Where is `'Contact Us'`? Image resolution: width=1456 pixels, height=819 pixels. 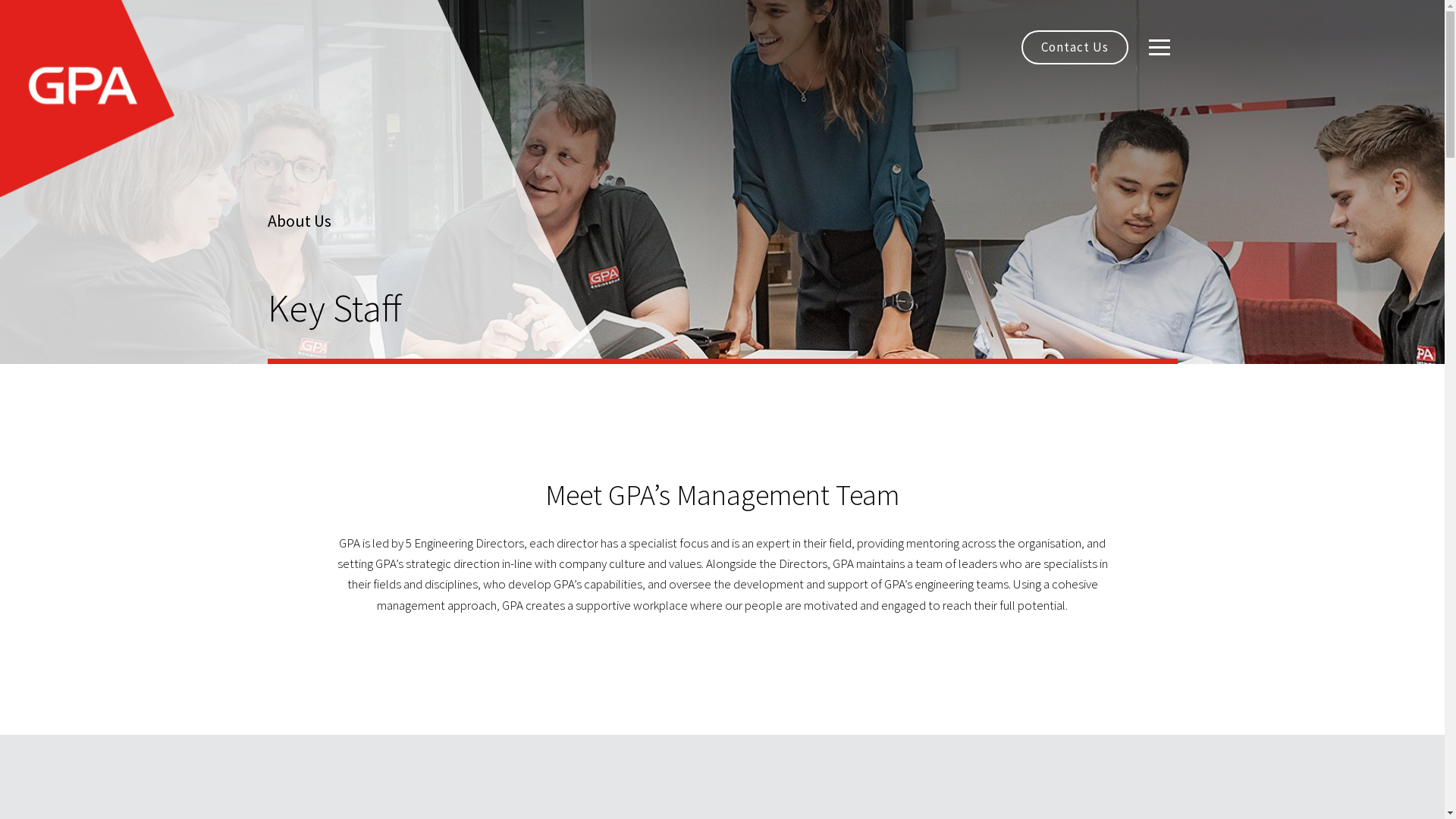 'Contact Us' is located at coordinates (1073, 46).